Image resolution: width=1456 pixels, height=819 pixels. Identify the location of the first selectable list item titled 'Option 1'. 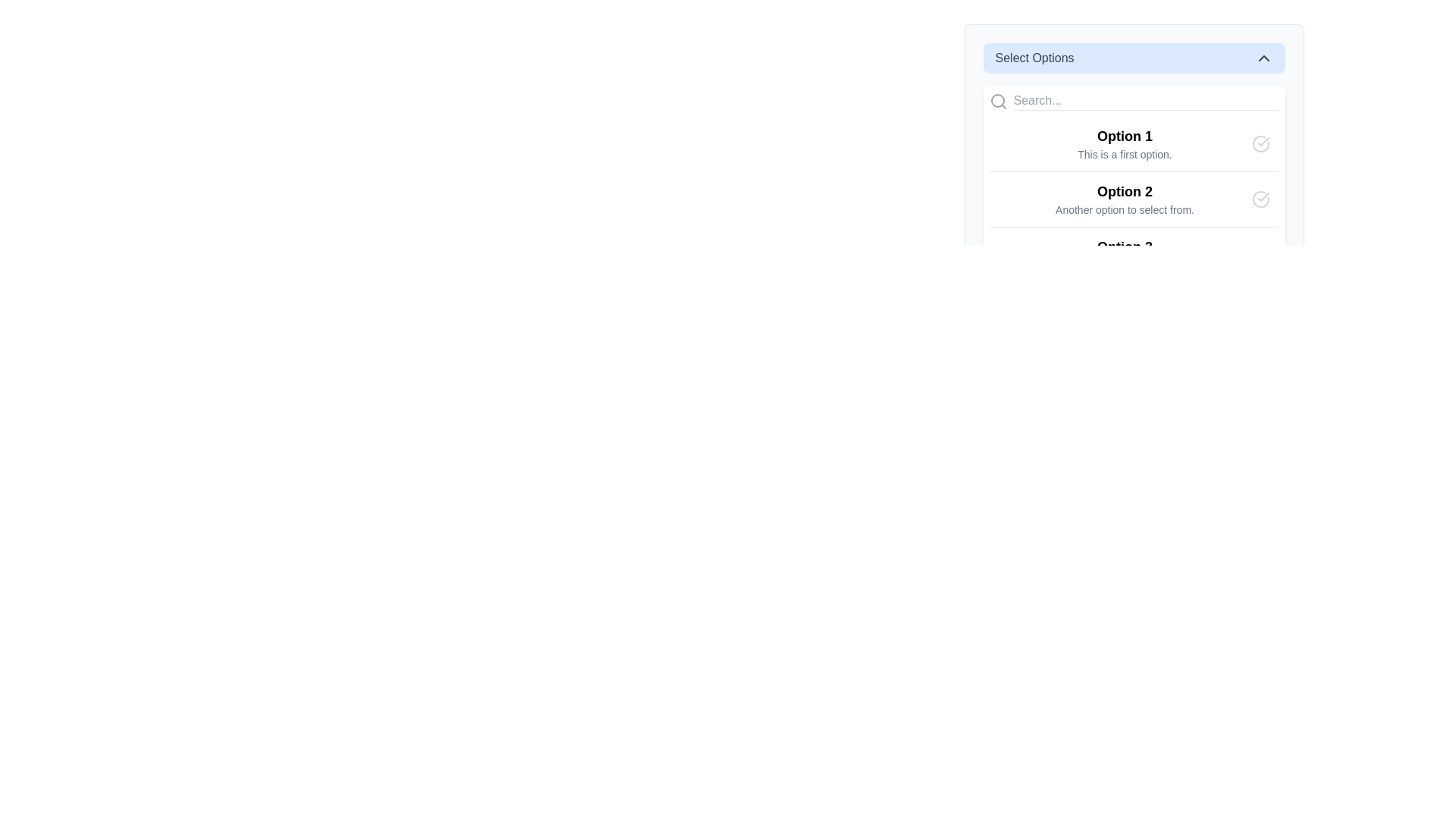
(1134, 143).